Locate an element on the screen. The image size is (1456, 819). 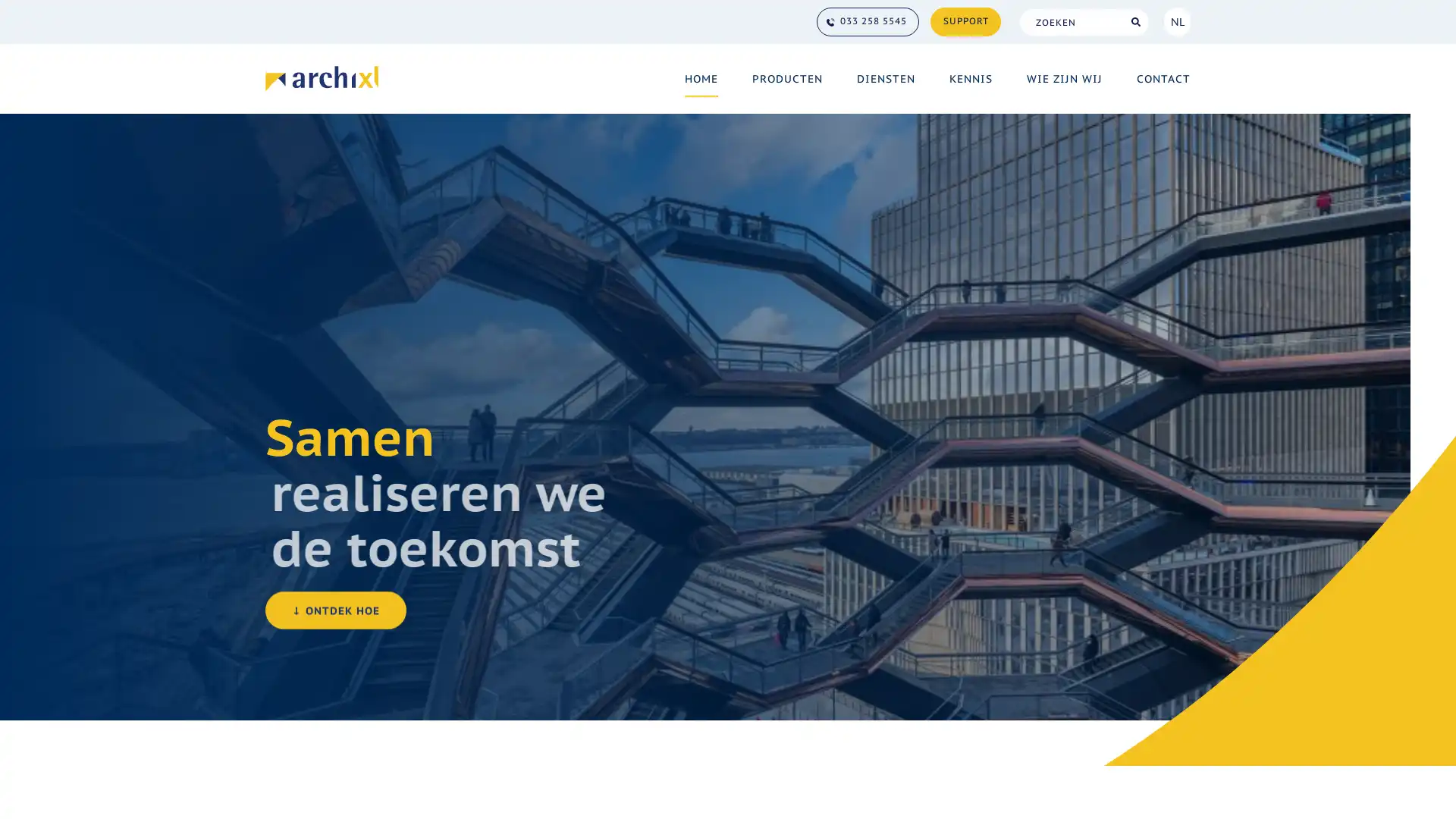
Search is located at coordinates (1135, 21).